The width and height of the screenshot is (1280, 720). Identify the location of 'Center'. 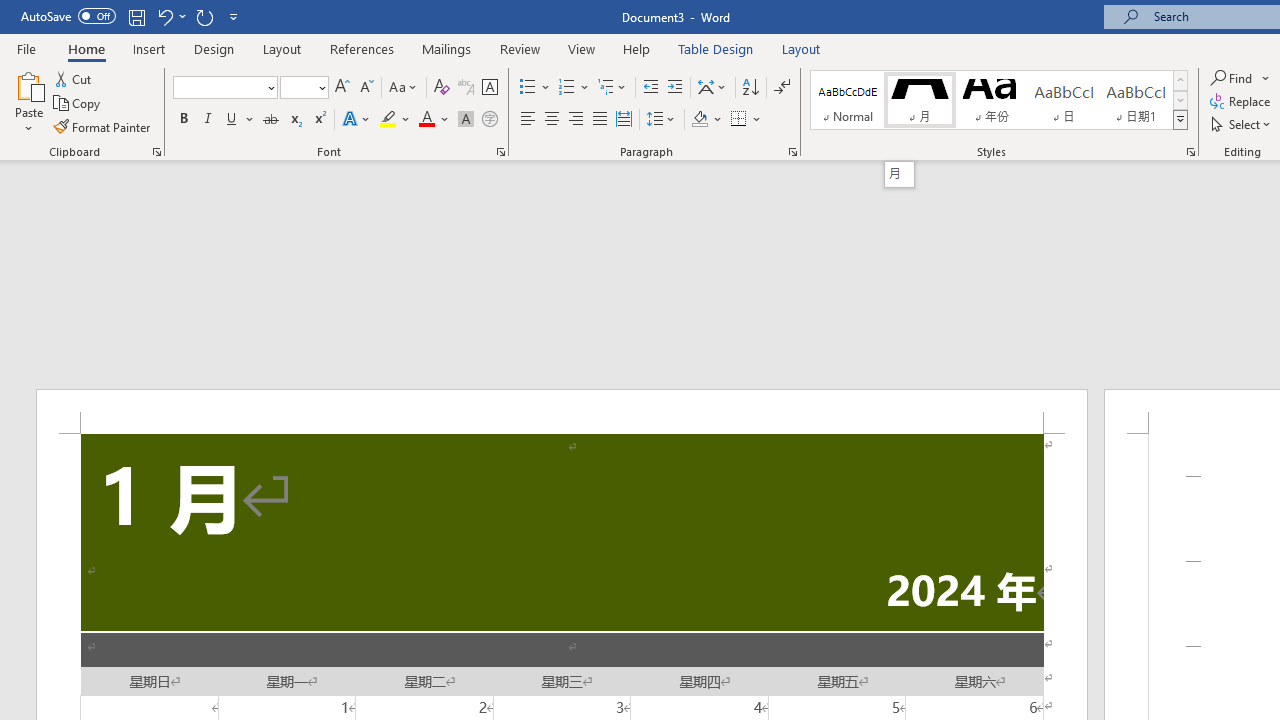
(552, 119).